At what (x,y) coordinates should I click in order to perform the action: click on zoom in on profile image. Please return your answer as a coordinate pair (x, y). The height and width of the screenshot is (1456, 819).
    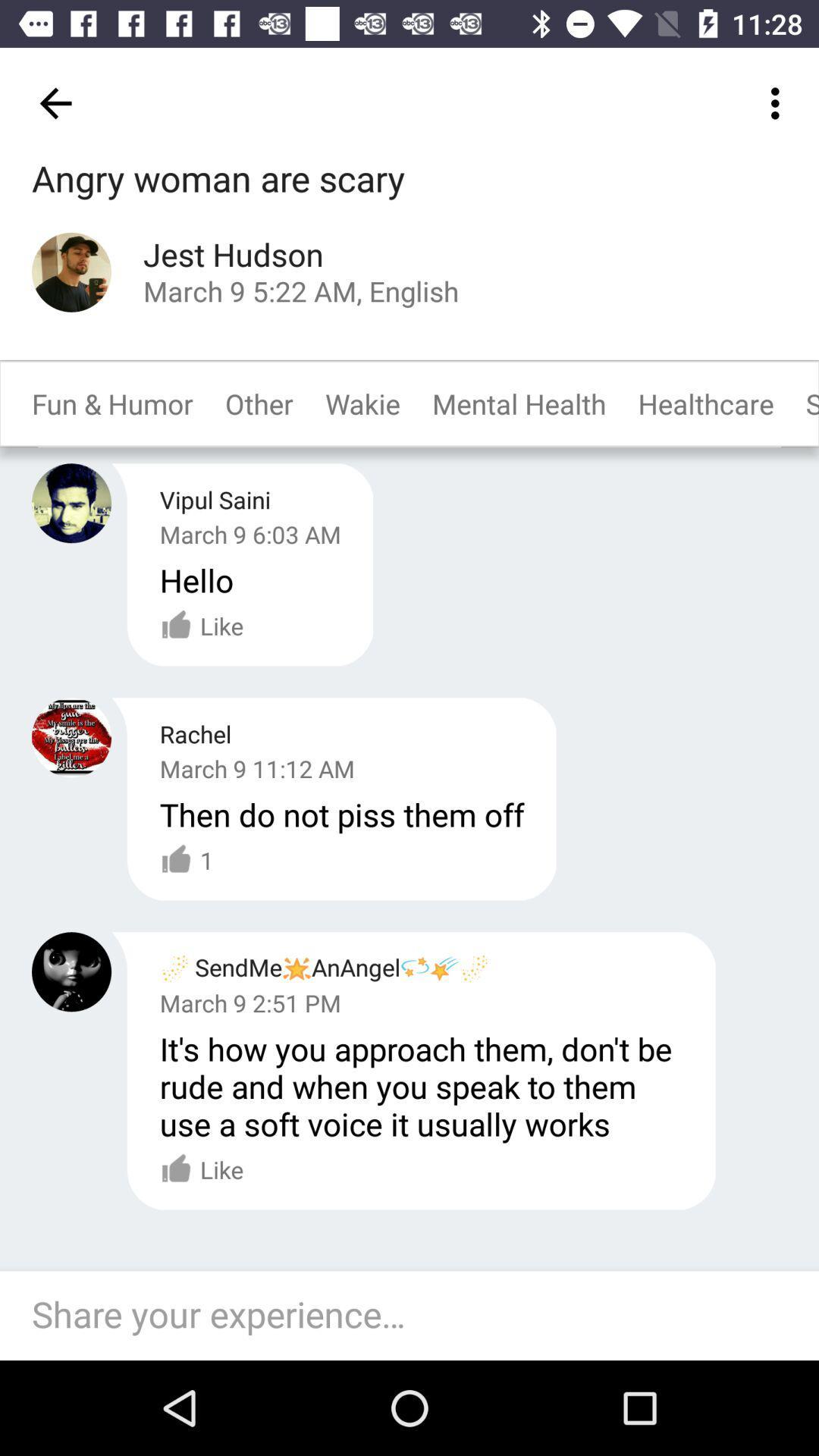
    Looking at the image, I should click on (71, 272).